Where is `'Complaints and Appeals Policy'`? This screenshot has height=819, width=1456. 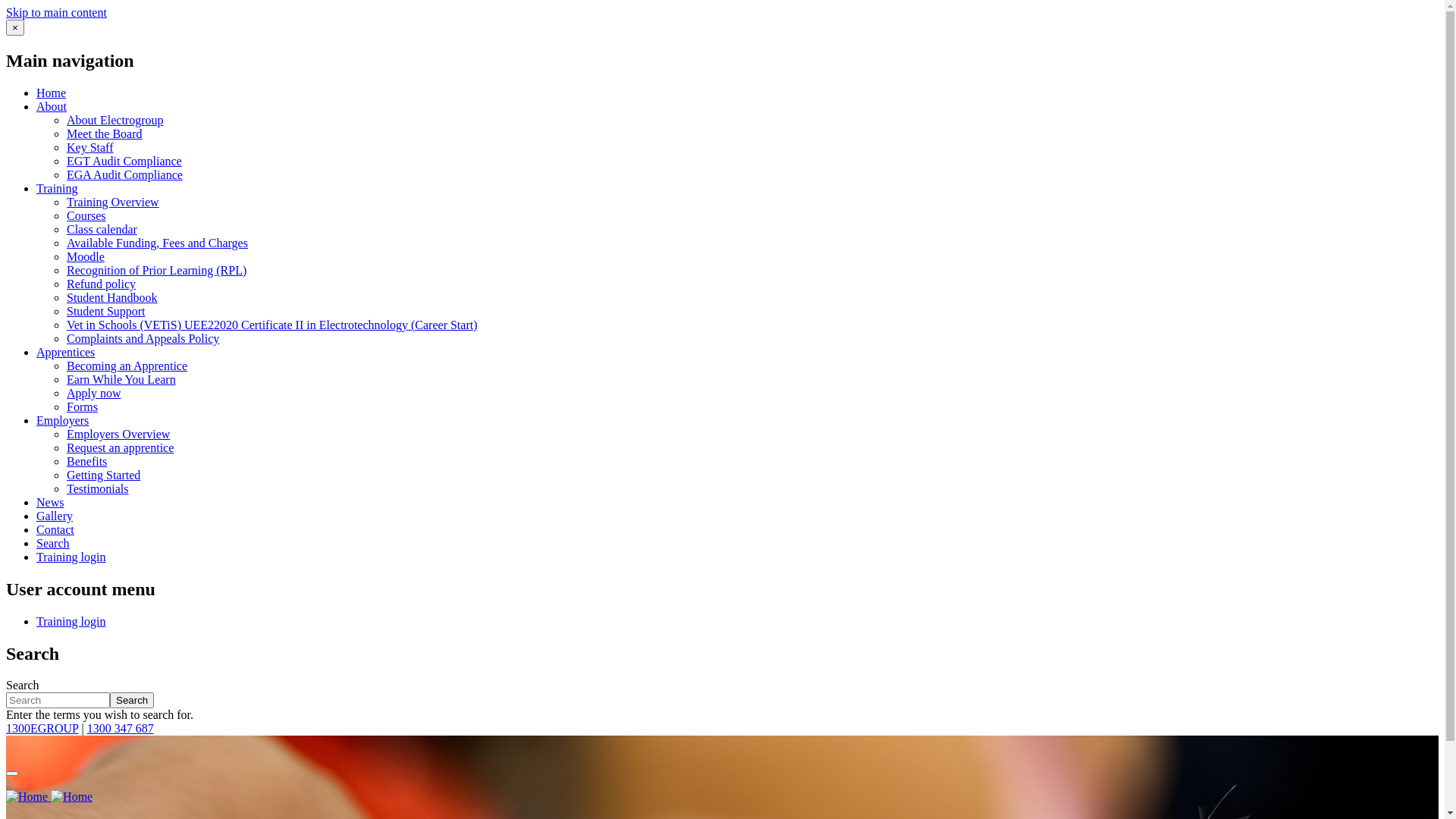 'Complaints and Appeals Policy' is located at coordinates (143, 337).